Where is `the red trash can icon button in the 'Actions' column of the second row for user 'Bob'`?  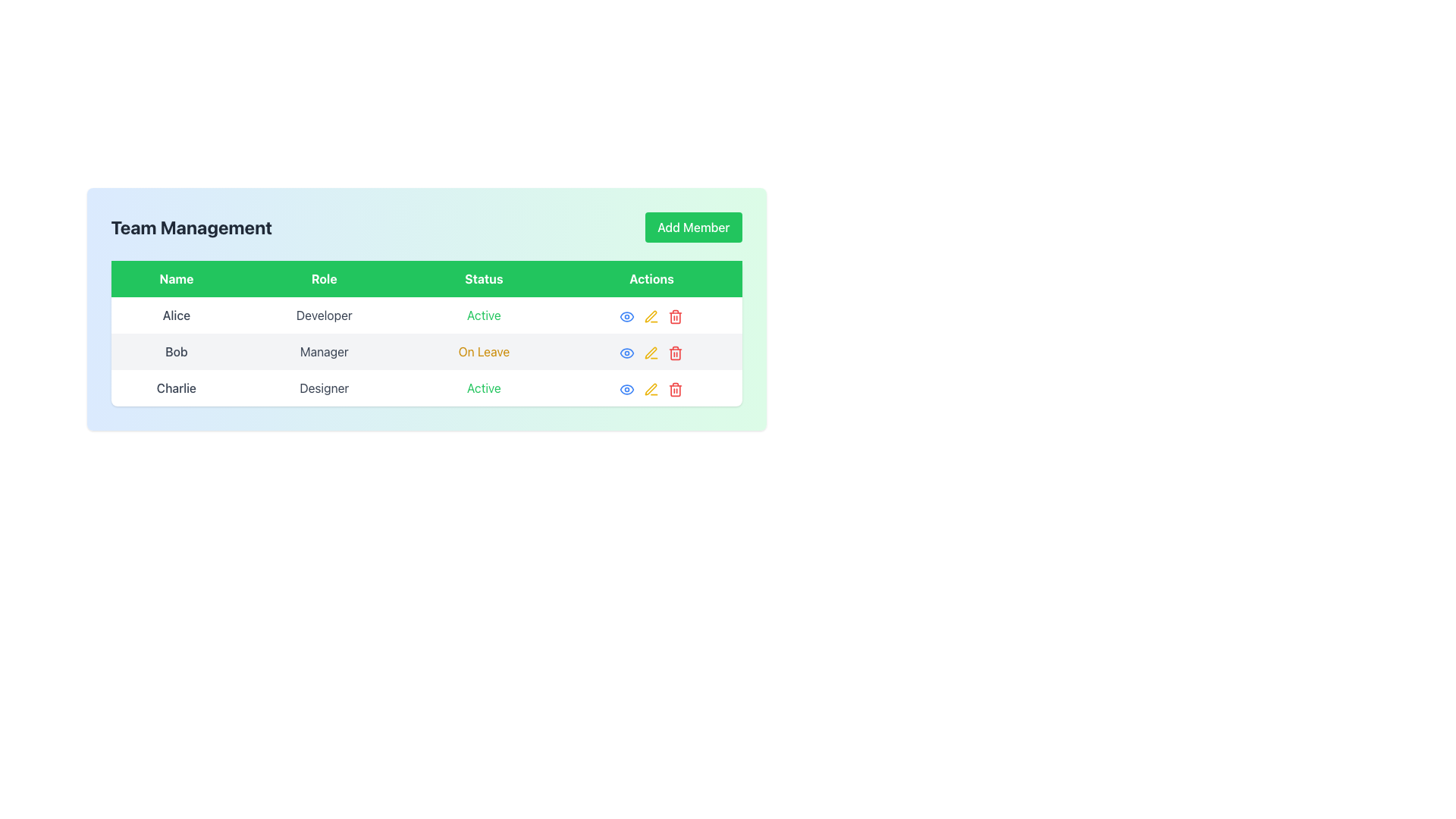 the red trash can icon button in the 'Actions' column of the second row for user 'Bob' is located at coordinates (675, 315).